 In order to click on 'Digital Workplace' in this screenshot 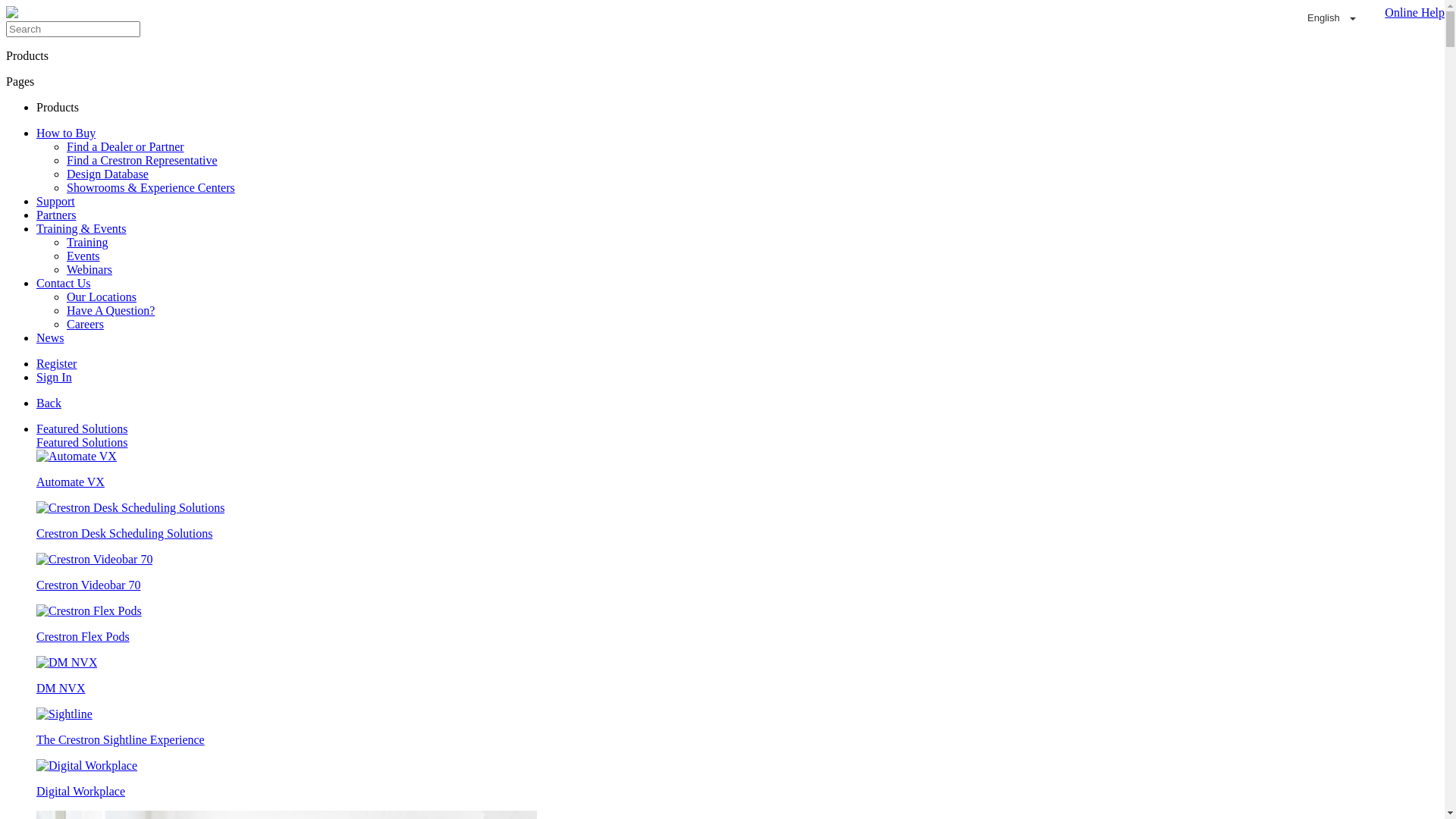, I will do `click(36, 778)`.